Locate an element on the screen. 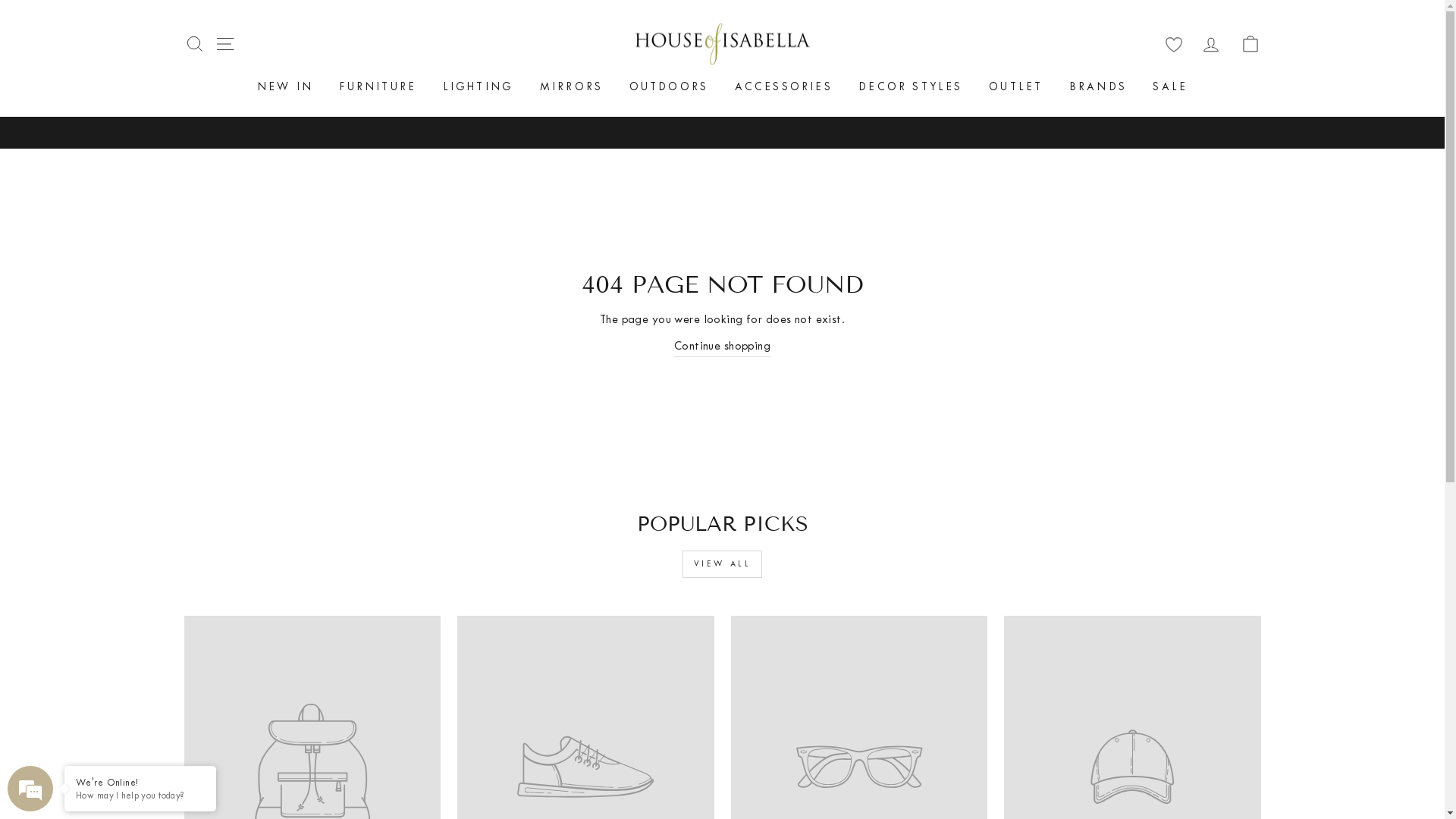  'SEARCH' is located at coordinates (193, 42).